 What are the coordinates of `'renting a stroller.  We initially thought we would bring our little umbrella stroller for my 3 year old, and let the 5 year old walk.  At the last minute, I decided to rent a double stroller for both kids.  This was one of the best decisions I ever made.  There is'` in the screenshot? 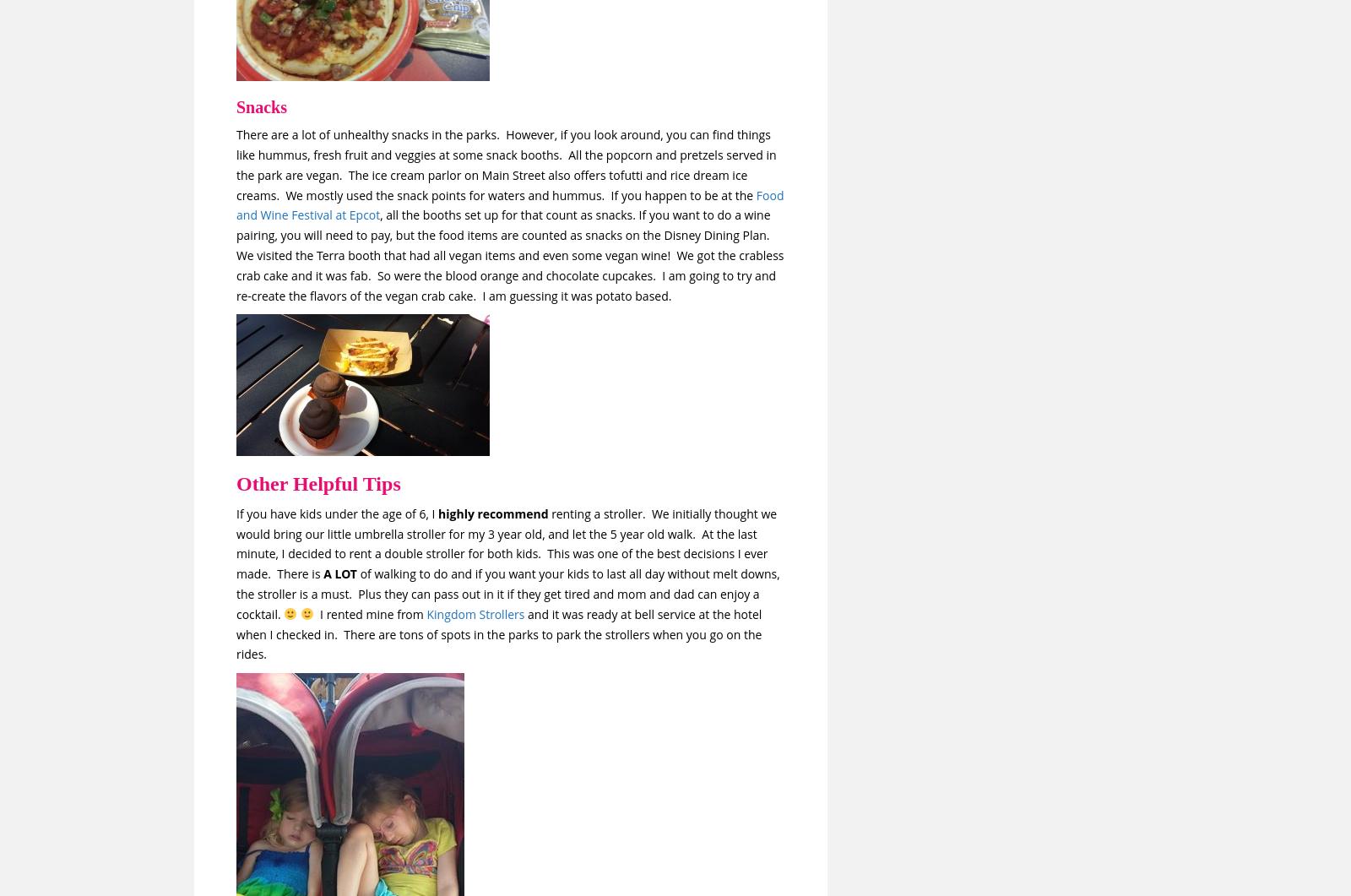 It's located at (506, 542).